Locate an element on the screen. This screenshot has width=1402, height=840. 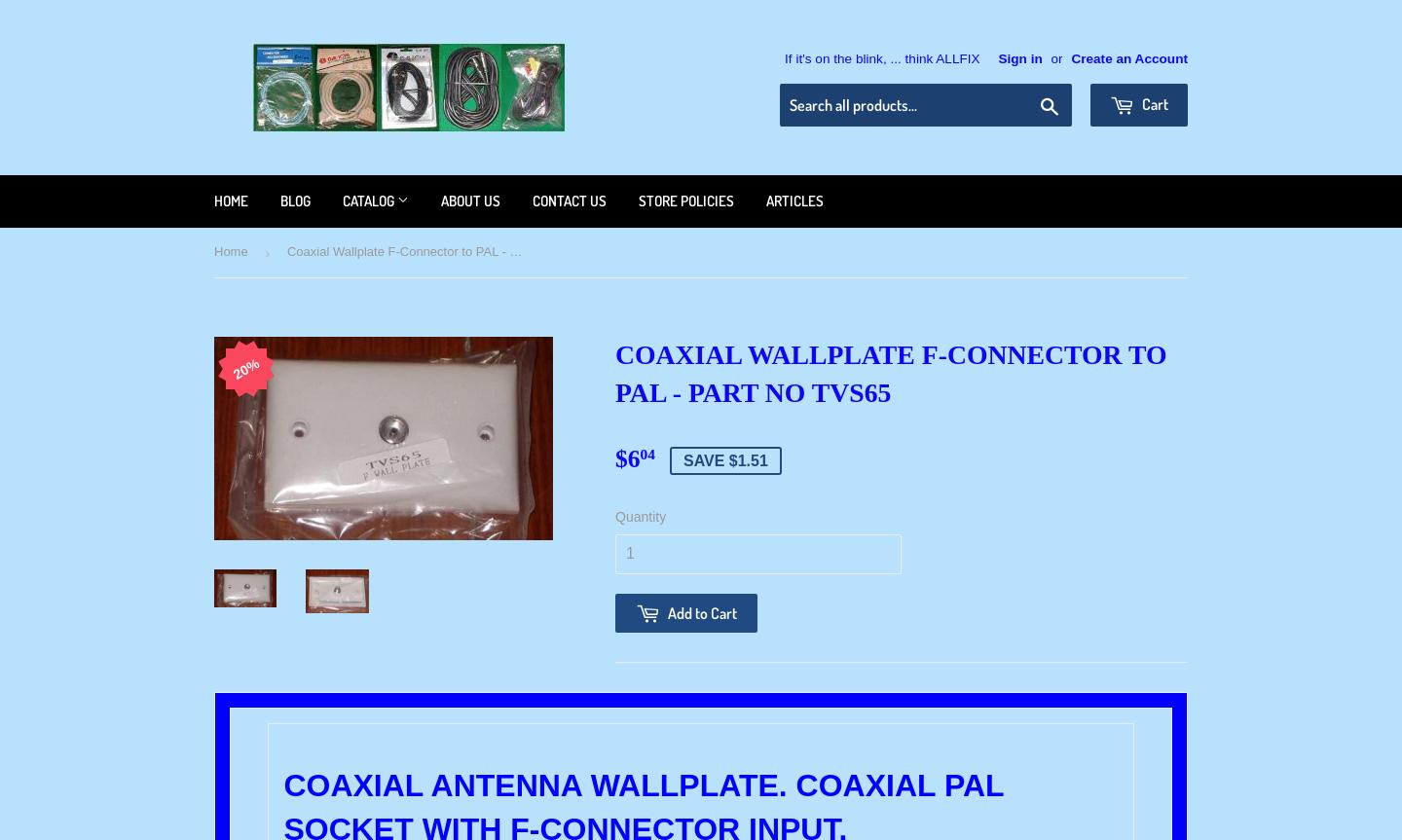
'Electrical Items' is located at coordinates (387, 482).